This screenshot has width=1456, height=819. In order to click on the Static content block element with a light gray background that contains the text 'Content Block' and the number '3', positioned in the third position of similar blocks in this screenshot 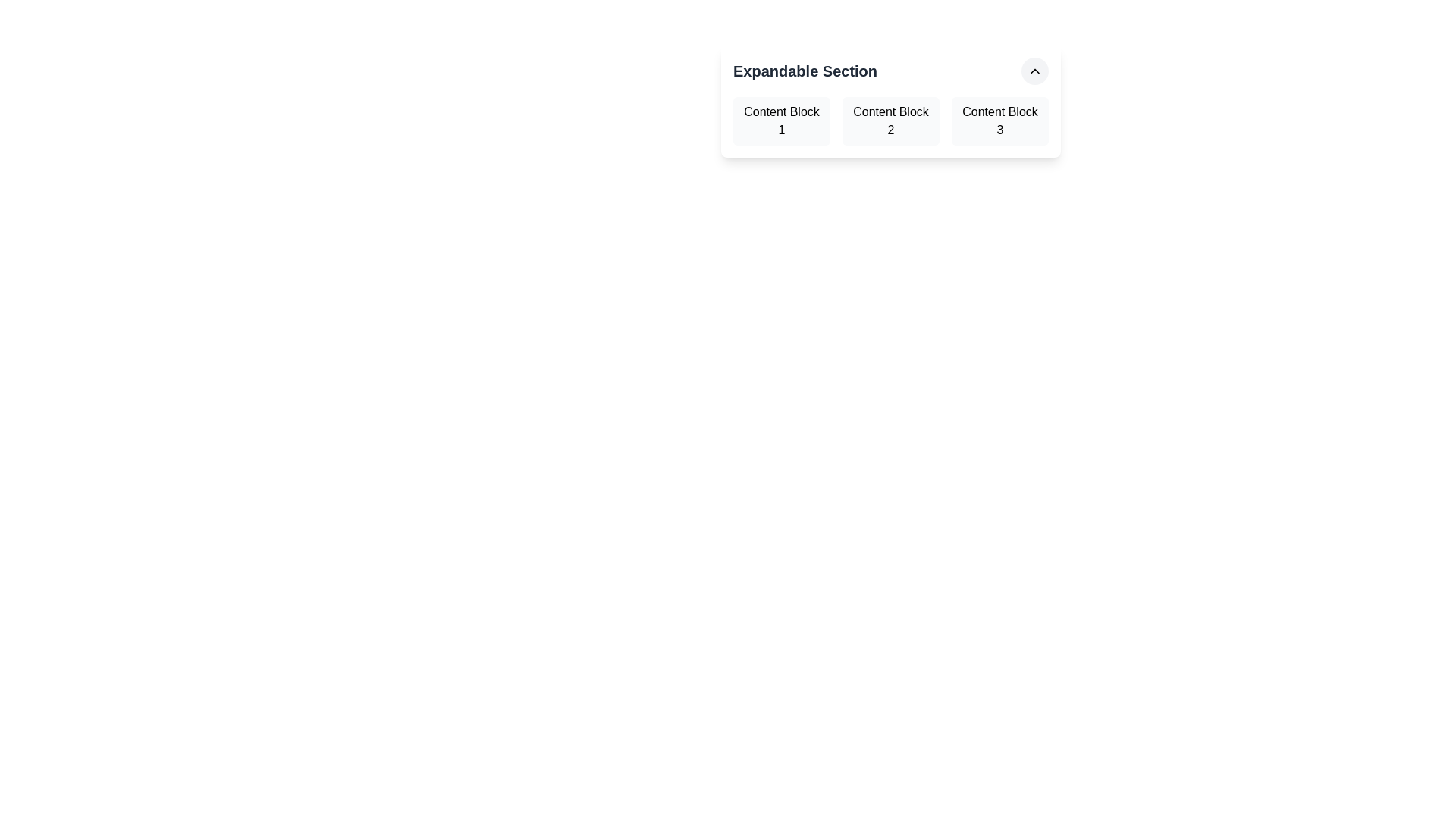, I will do `click(1000, 120)`.